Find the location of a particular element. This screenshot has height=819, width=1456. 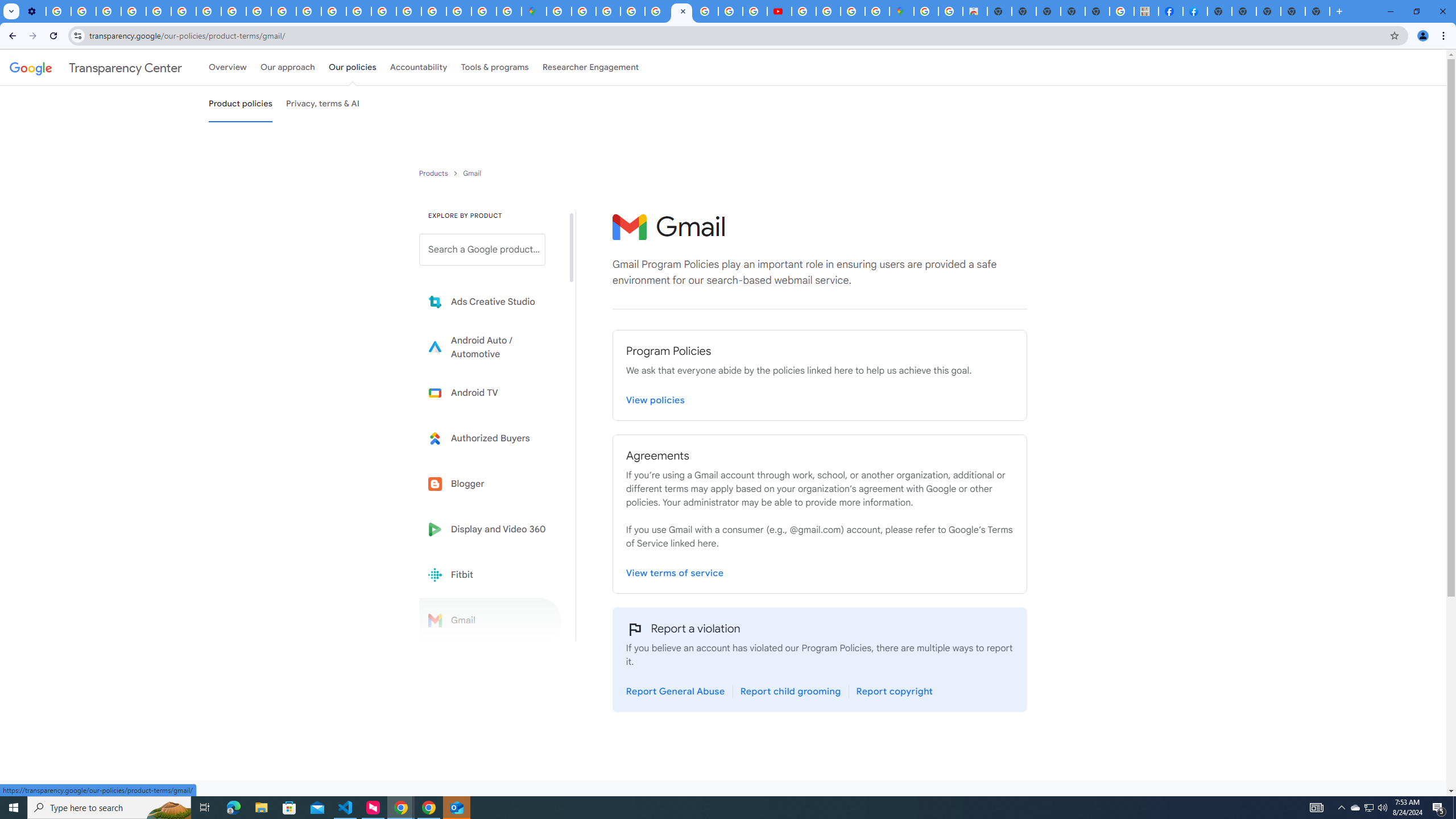

'Display and Video 360' is located at coordinates (490, 529).